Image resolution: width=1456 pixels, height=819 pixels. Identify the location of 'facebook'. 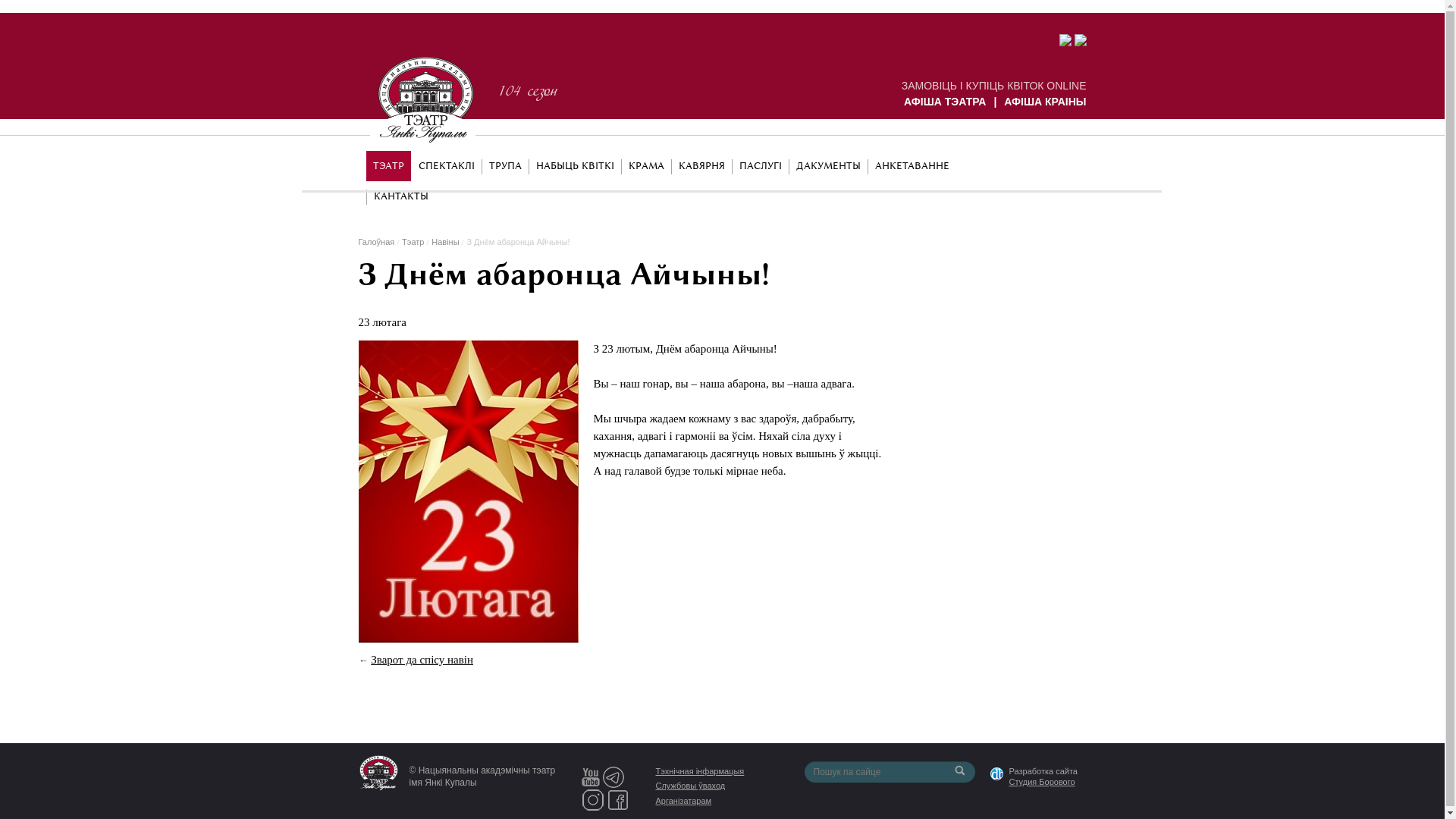
(618, 798).